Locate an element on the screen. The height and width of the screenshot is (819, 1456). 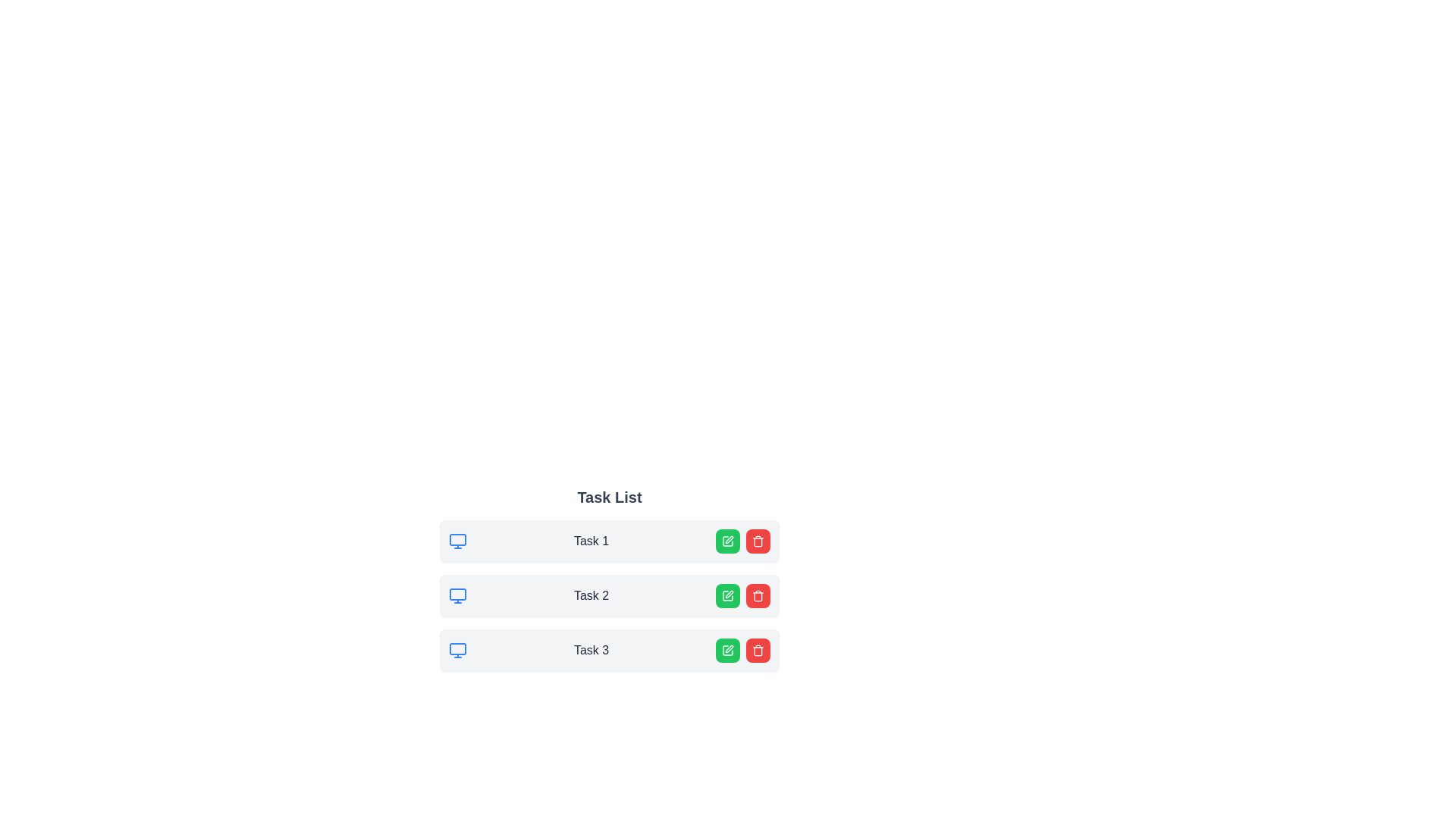
the pen icon button located in the middle column of actionable buttons associated with the second task to initiate the edit action is located at coordinates (729, 593).